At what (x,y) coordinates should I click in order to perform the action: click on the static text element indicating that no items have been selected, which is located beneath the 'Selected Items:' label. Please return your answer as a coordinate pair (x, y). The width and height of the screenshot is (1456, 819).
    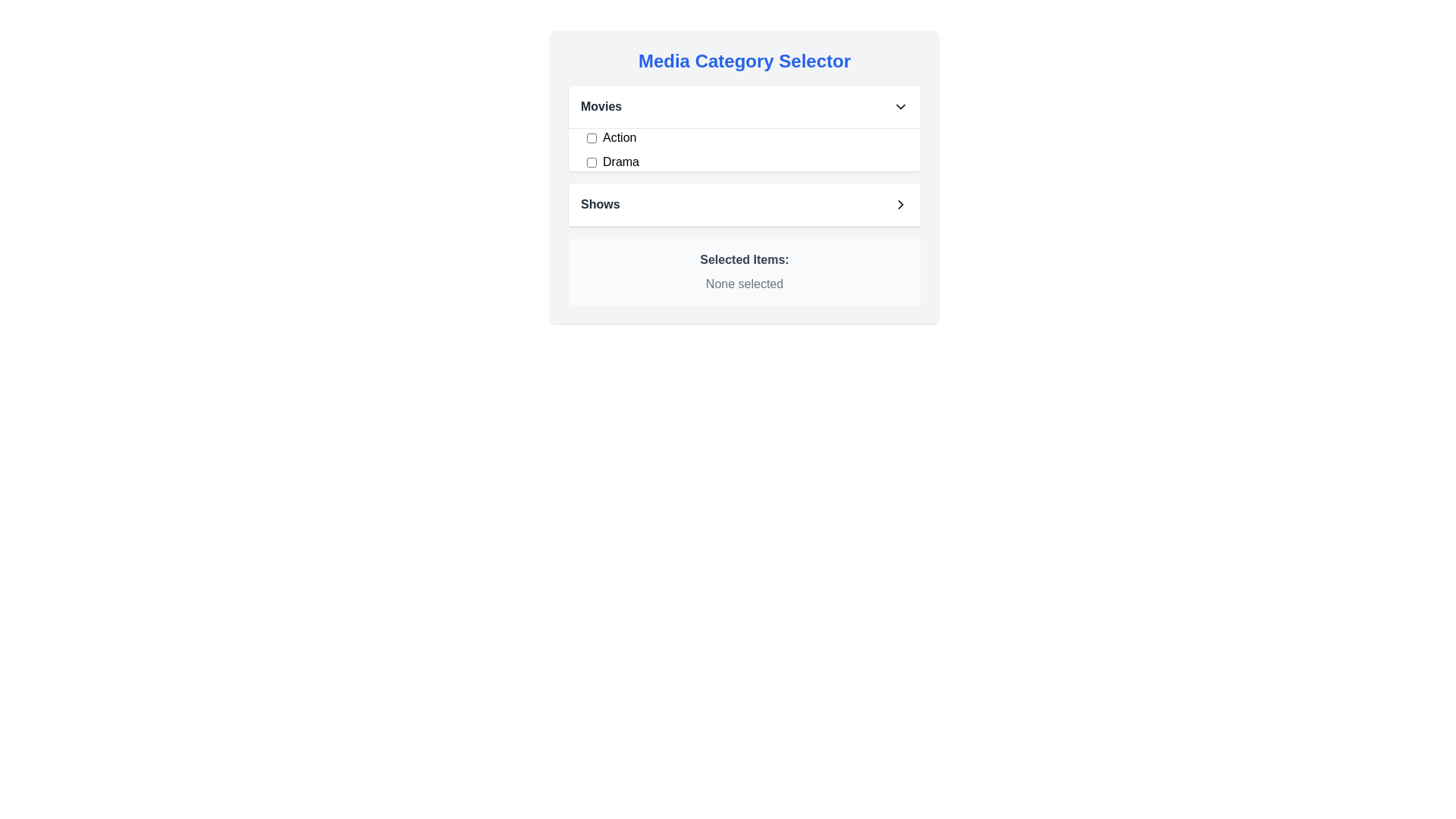
    Looking at the image, I should click on (745, 284).